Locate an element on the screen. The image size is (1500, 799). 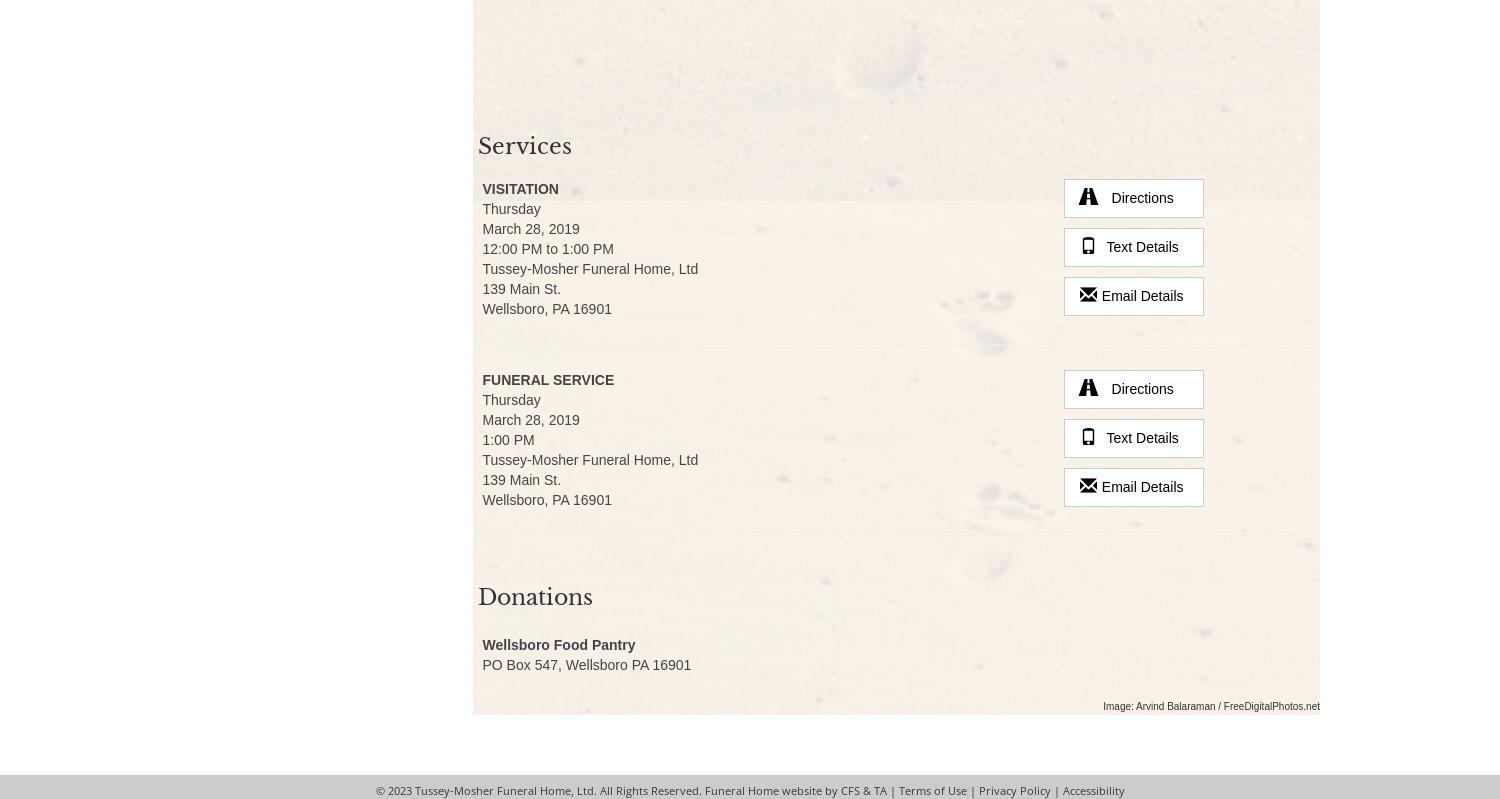
'Donations' is located at coordinates (534, 596).